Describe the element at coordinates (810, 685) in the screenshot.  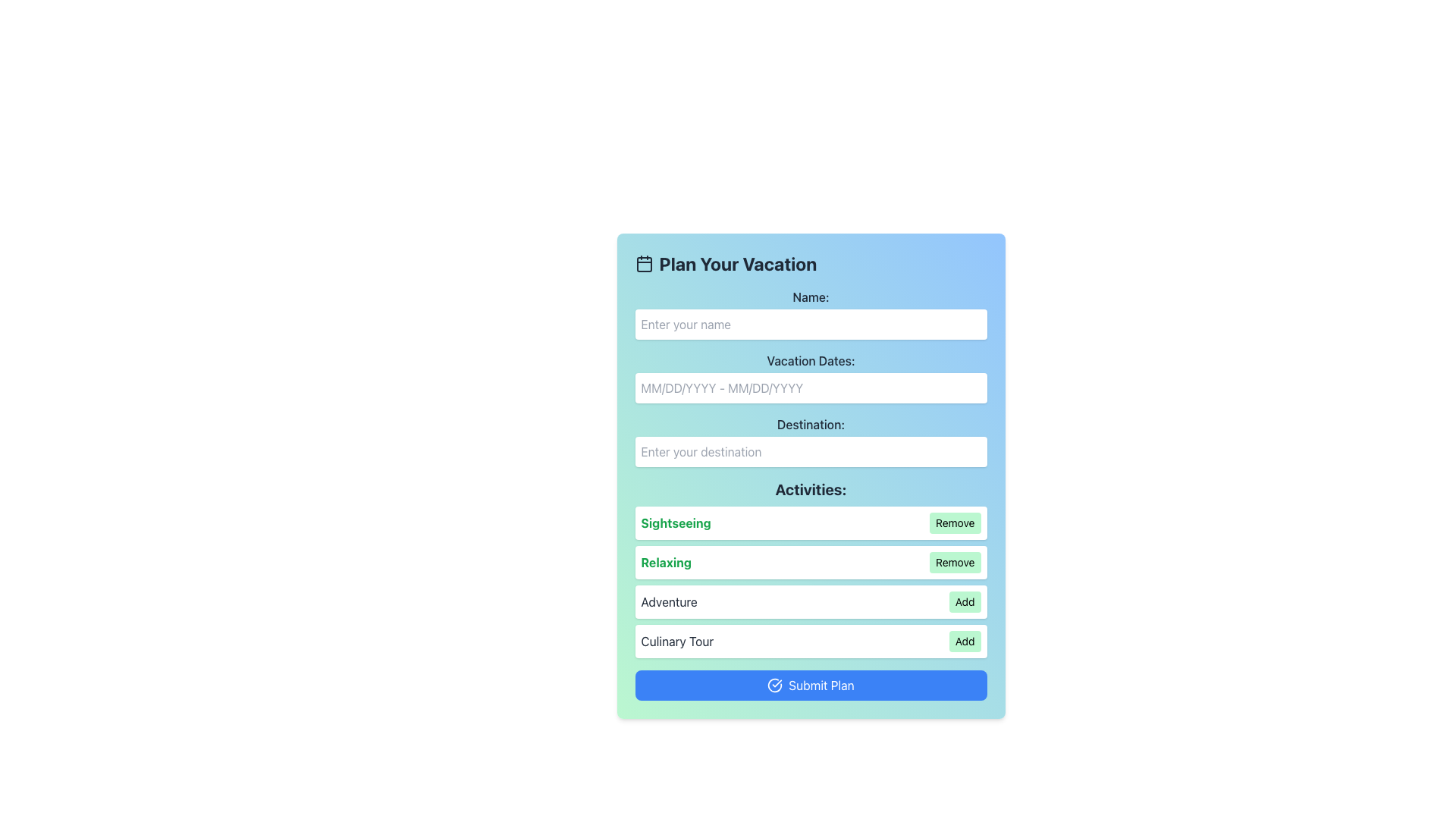
I see `the submit button located at the bottom of the form` at that location.